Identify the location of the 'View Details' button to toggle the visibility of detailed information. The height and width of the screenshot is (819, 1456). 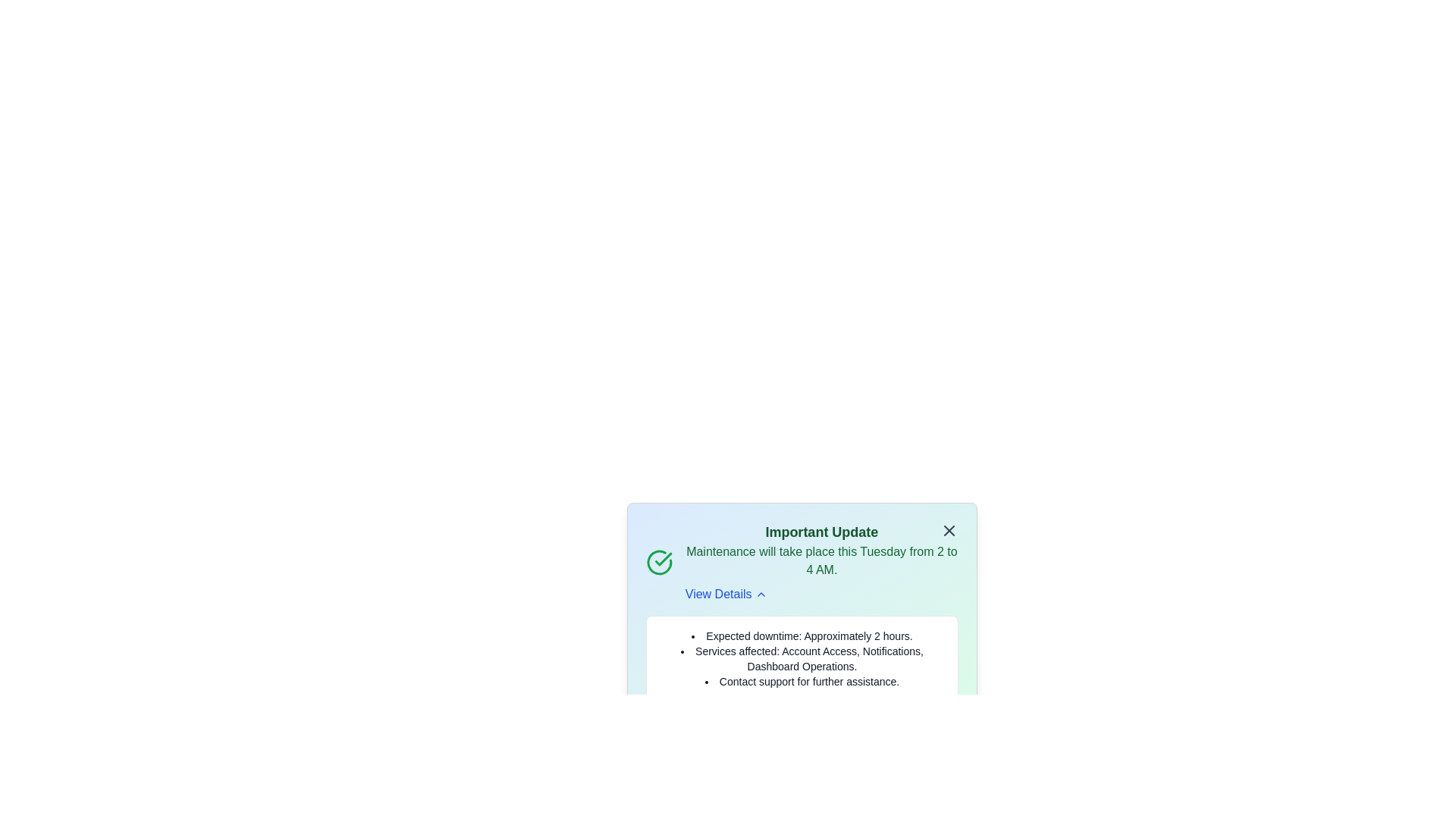
(724, 593).